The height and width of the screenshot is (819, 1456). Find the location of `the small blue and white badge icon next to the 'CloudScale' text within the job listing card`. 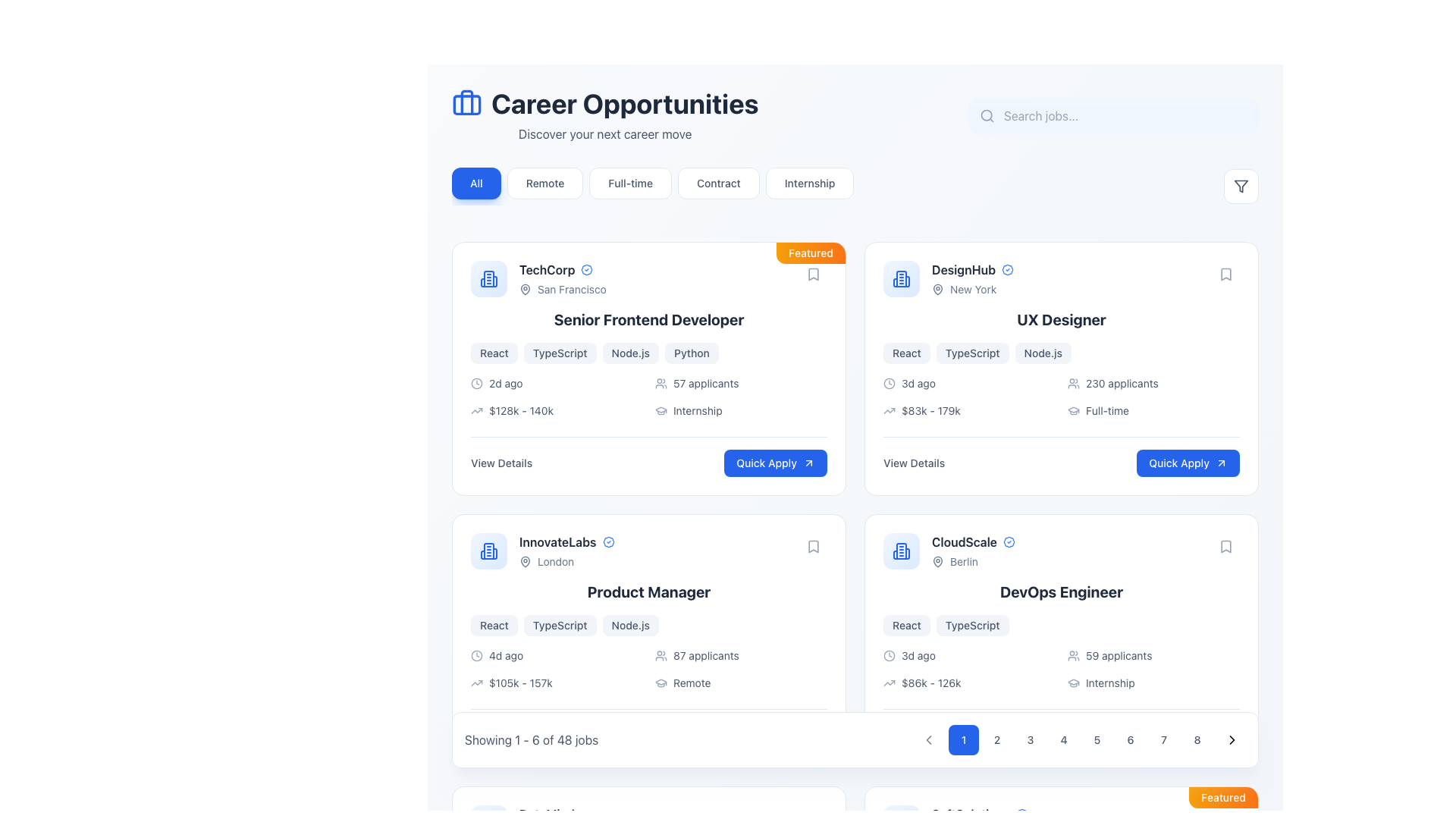

the small blue and white badge icon next to the 'CloudScale' text within the job listing card is located at coordinates (1009, 541).